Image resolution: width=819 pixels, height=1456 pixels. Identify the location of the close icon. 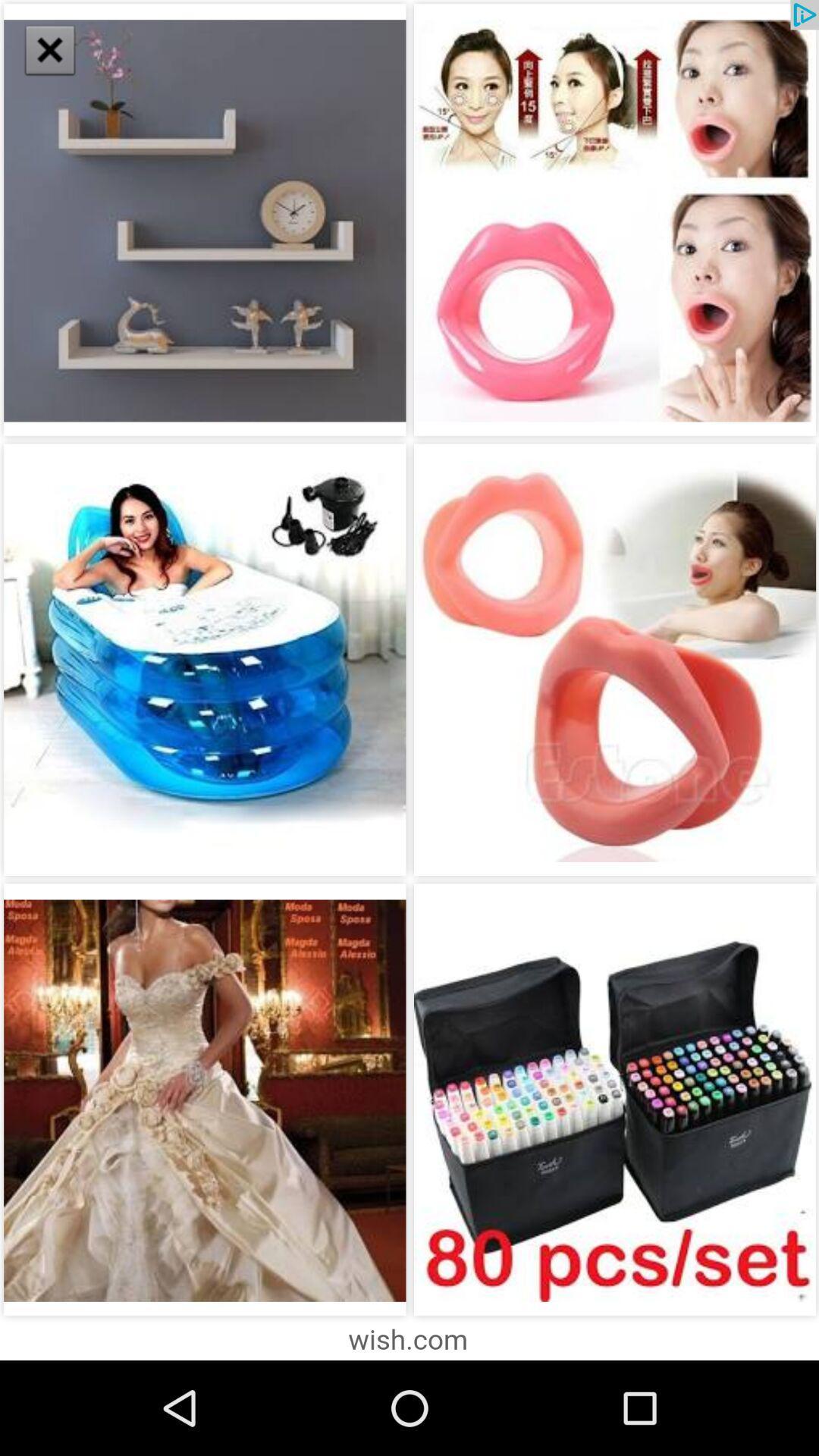
(49, 53).